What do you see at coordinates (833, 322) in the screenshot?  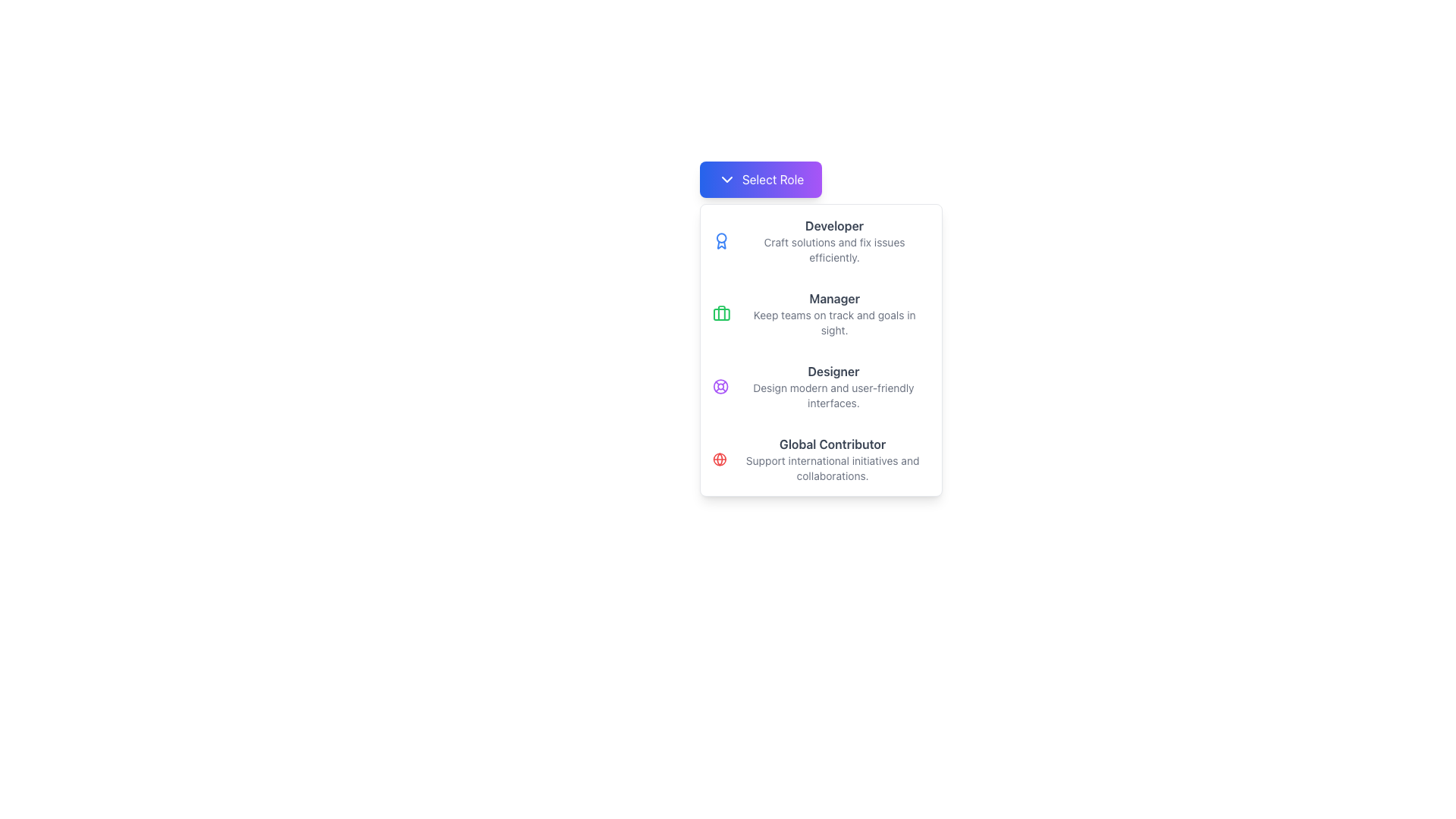 I see `the static text displaying 'Keep teams on track and goals in sight.' which is the second line under the 'Manager' label in the role selection list` at bounding box center [833, 322].